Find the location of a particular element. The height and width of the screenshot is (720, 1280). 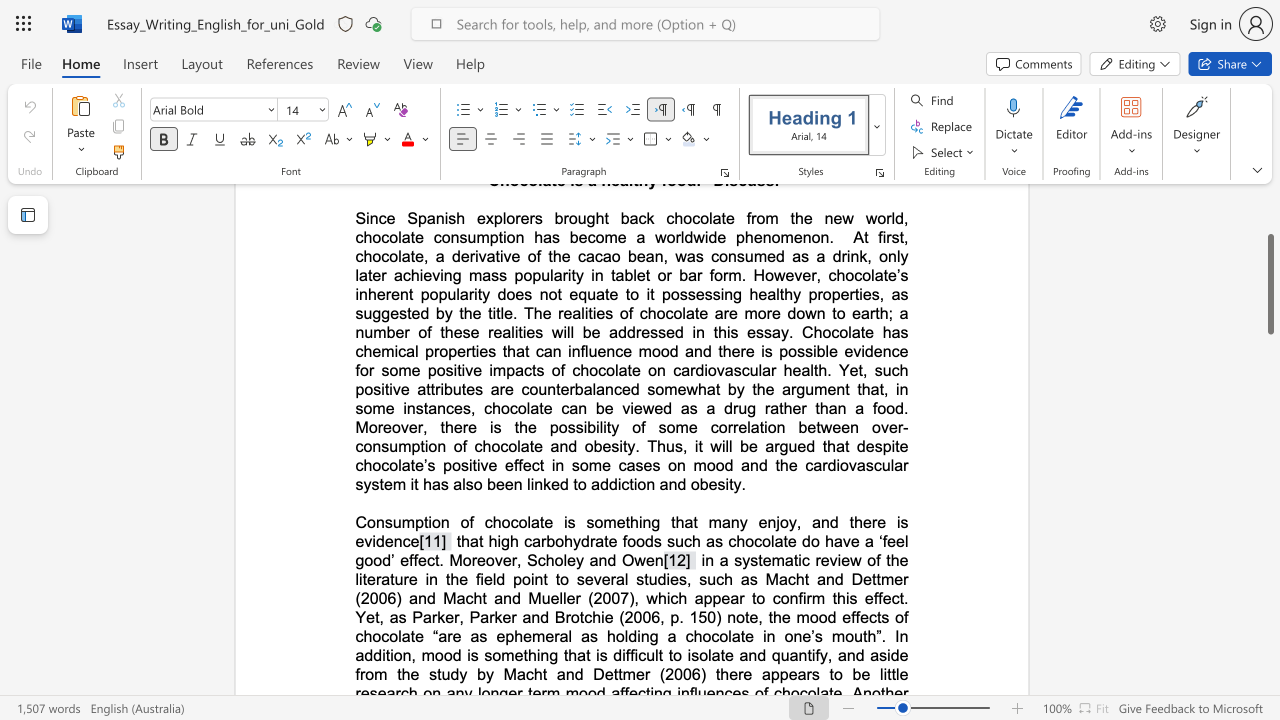

the scrollbar and move up 10 pixels is located at coordinates (1269, 284).